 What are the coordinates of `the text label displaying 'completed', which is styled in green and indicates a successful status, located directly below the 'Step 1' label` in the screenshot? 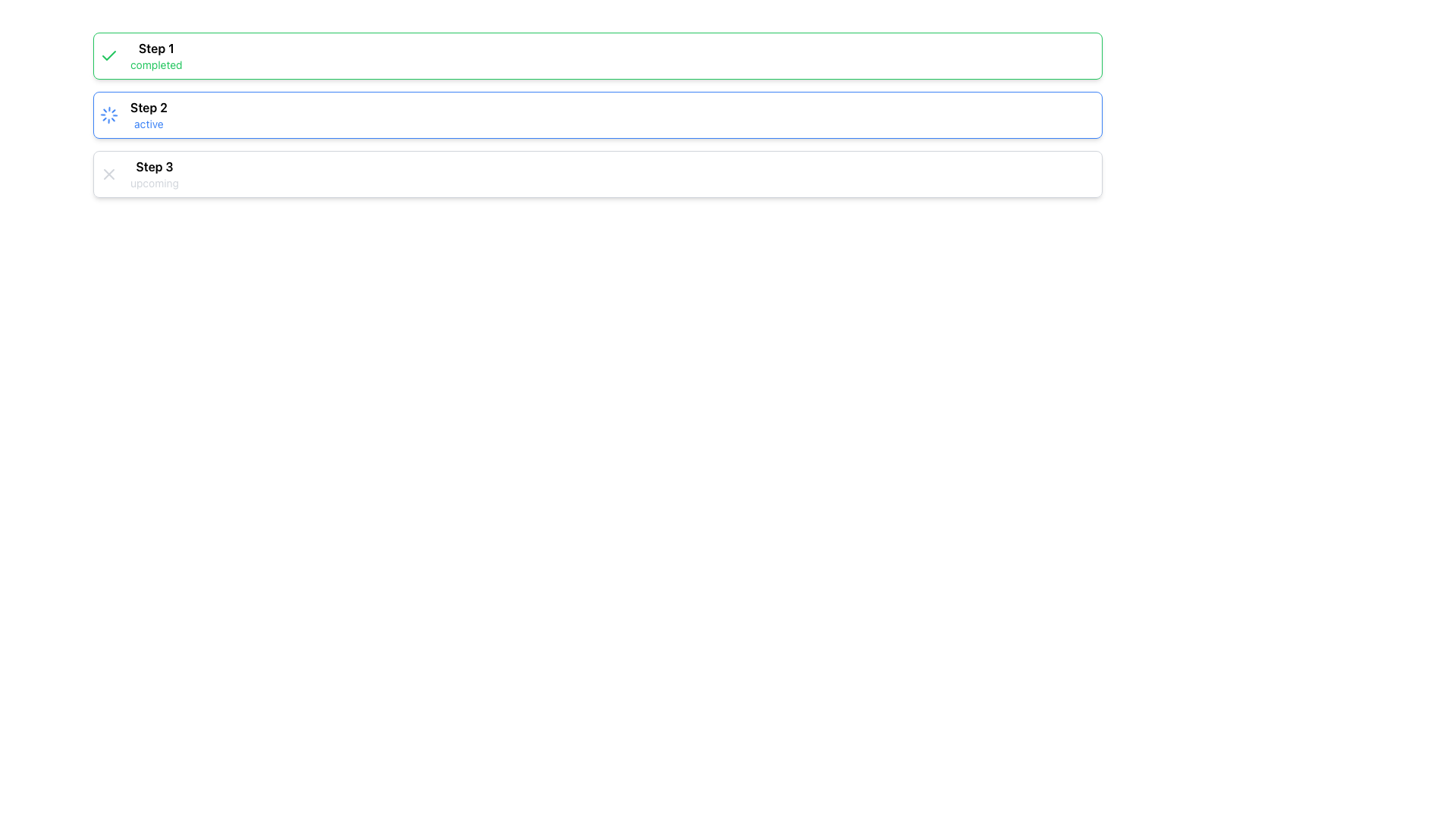 It's located at (156, 64).